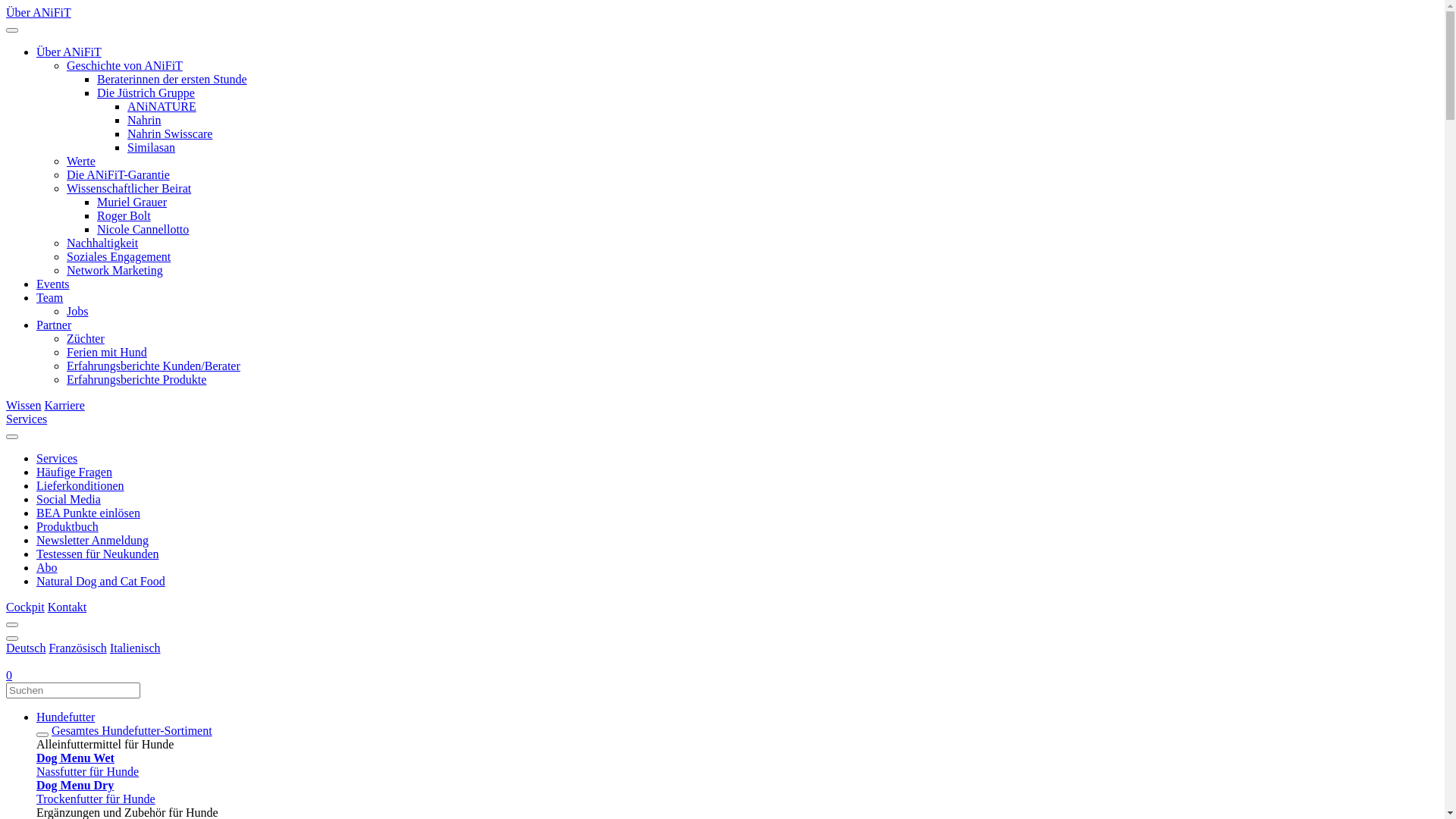 The width and height of the screenshot is (1456, 819). What do you see at coordinates (143, 229) in the screenshot?
I see `'Nicole Cannellotto'` at bounding box center [143, 229].